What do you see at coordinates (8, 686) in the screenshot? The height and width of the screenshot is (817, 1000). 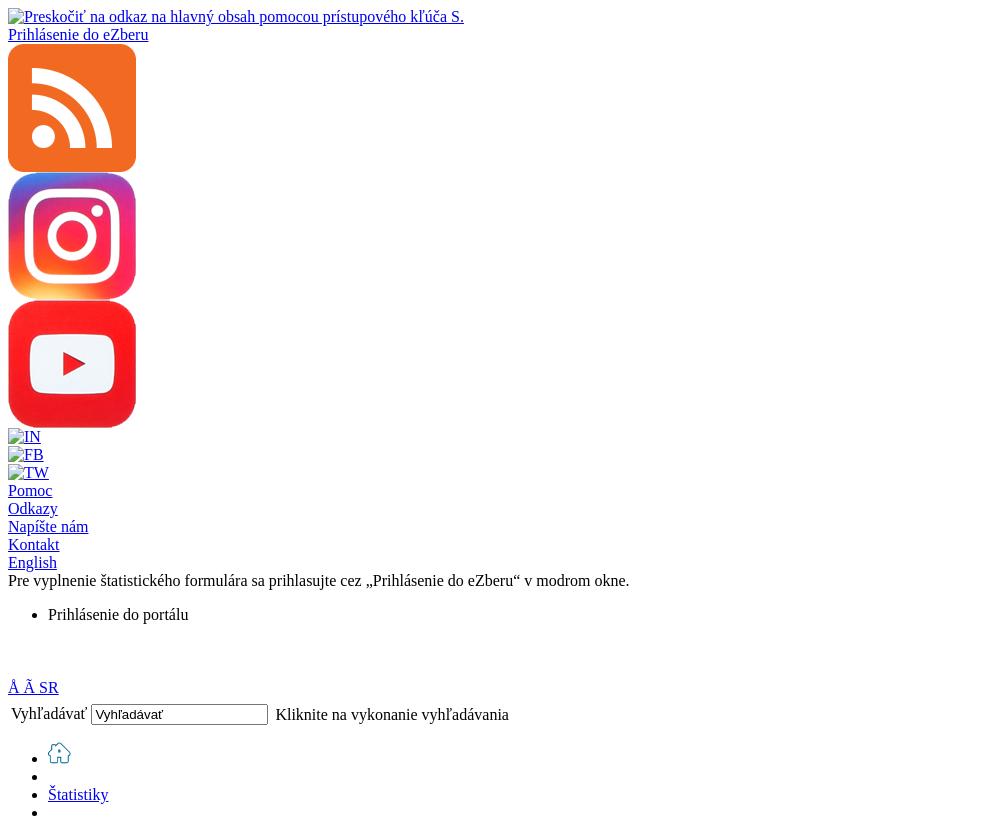 I see `'Å Ã SR'` at bounding box center [8, 686].